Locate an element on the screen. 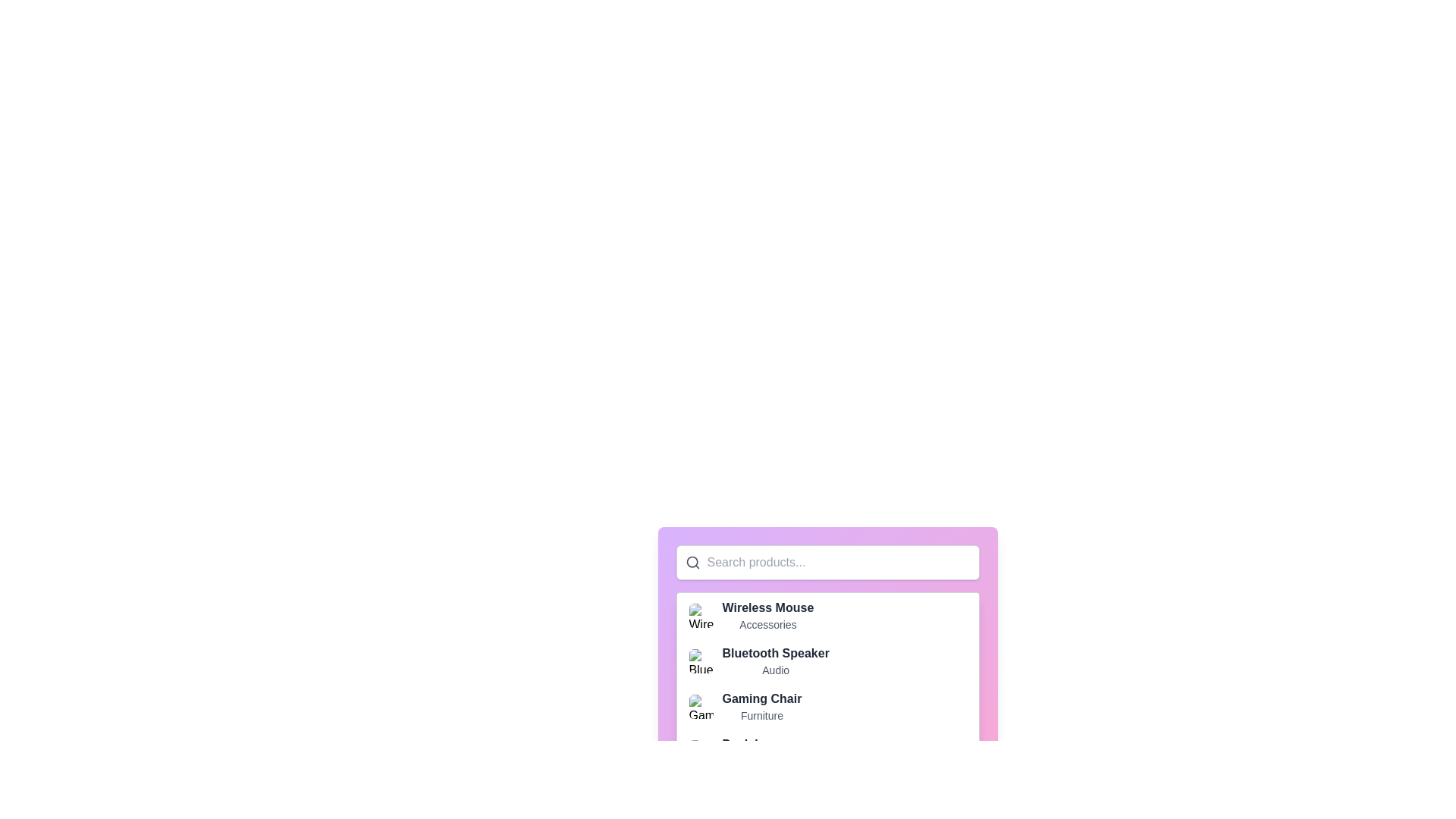 Image resolution: width=1456 pixels, height=819 pixels. the image representing 'Wireless Mouse' located at the far left inside the vertical menu, above the text 'Wireless Mouse' and 'Accessories' is located at coordinates (700, 616).